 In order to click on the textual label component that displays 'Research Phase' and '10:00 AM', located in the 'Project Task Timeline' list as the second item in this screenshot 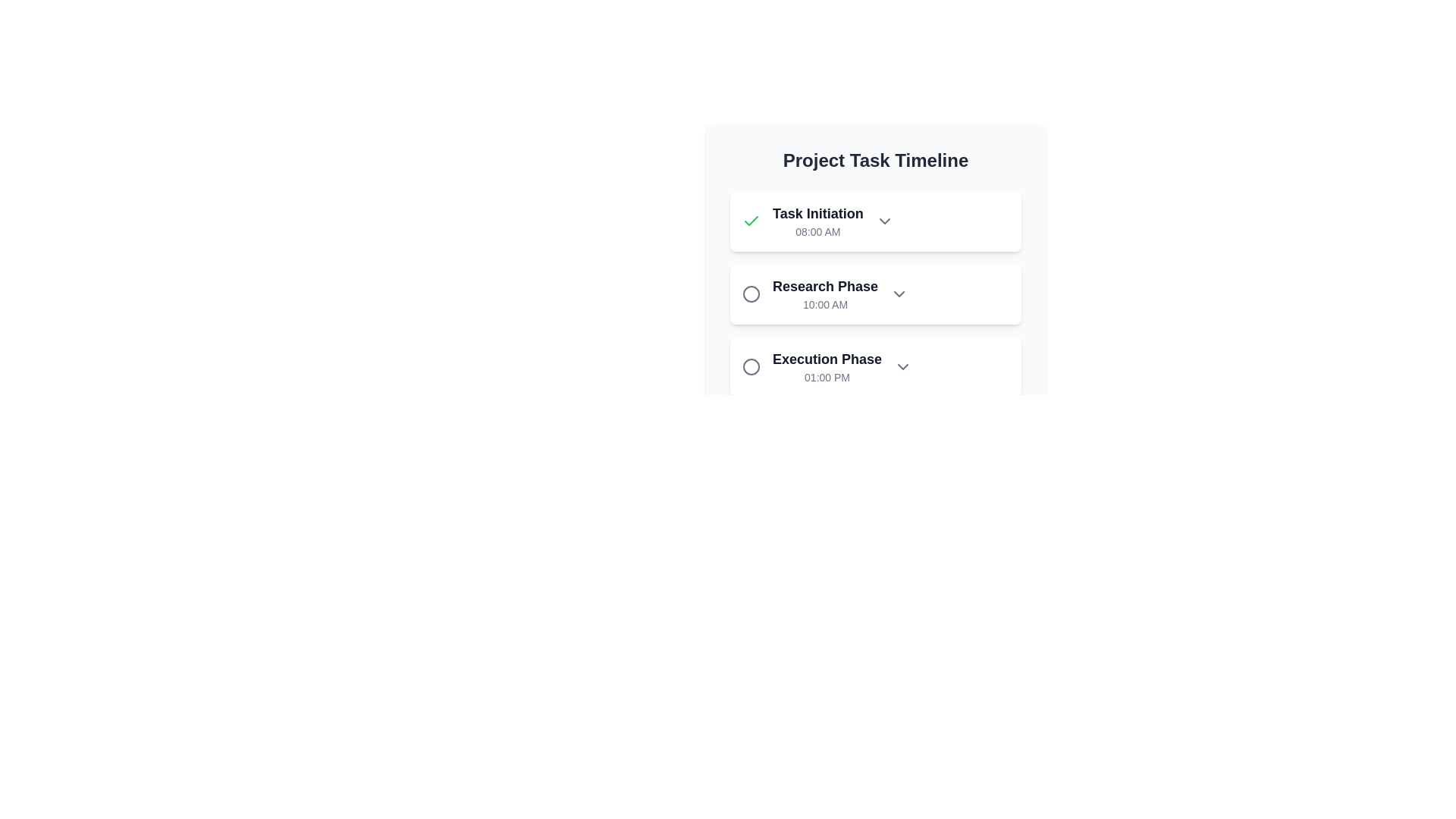, I will do `click(824, 294)`.